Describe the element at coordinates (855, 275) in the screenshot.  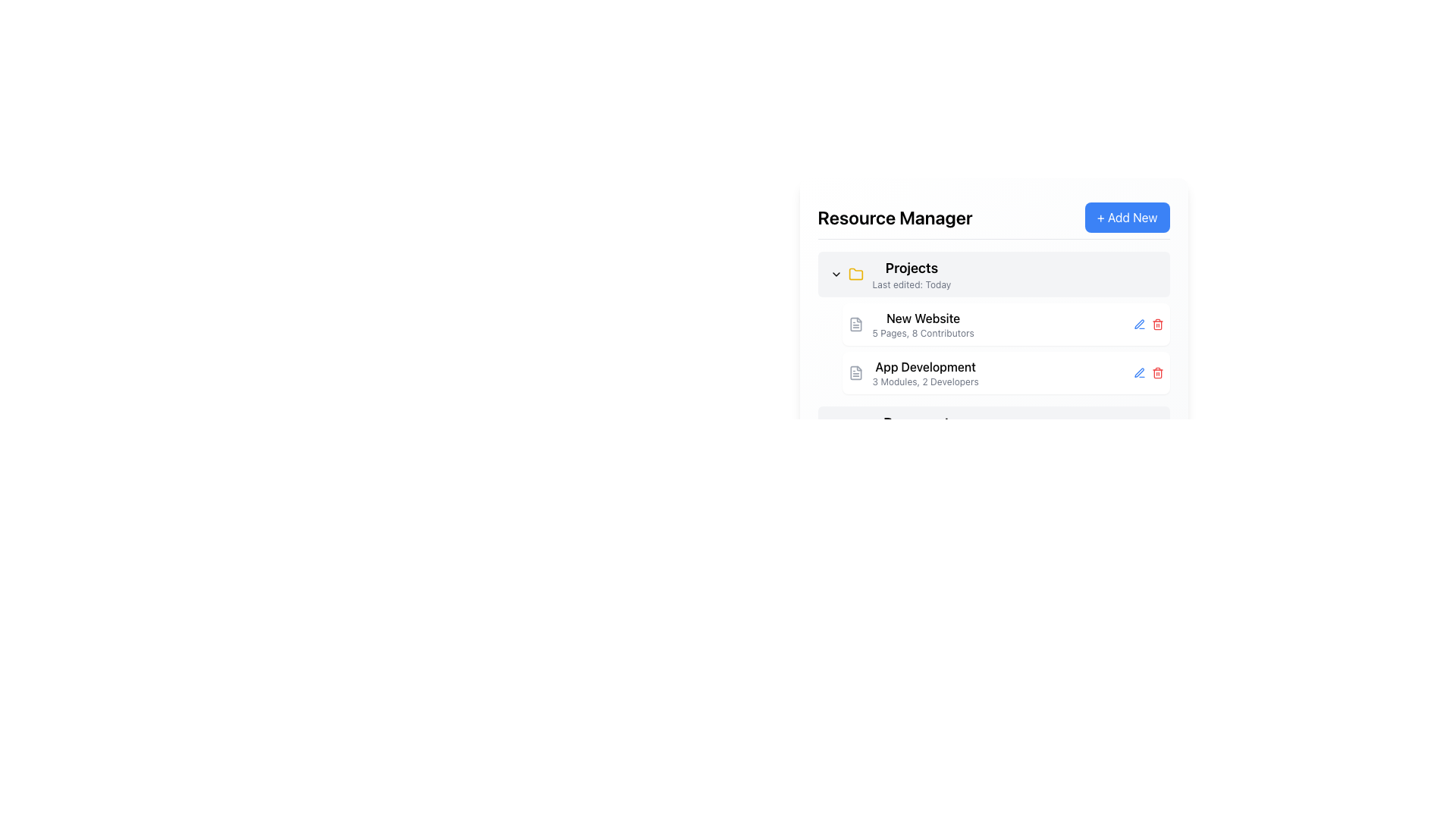
I see `the folder icon located in the upper section of the interface, next to the downward-facing chevron arrow and to the left of the 'Projects' text, to interact with its related functionality` at that location.